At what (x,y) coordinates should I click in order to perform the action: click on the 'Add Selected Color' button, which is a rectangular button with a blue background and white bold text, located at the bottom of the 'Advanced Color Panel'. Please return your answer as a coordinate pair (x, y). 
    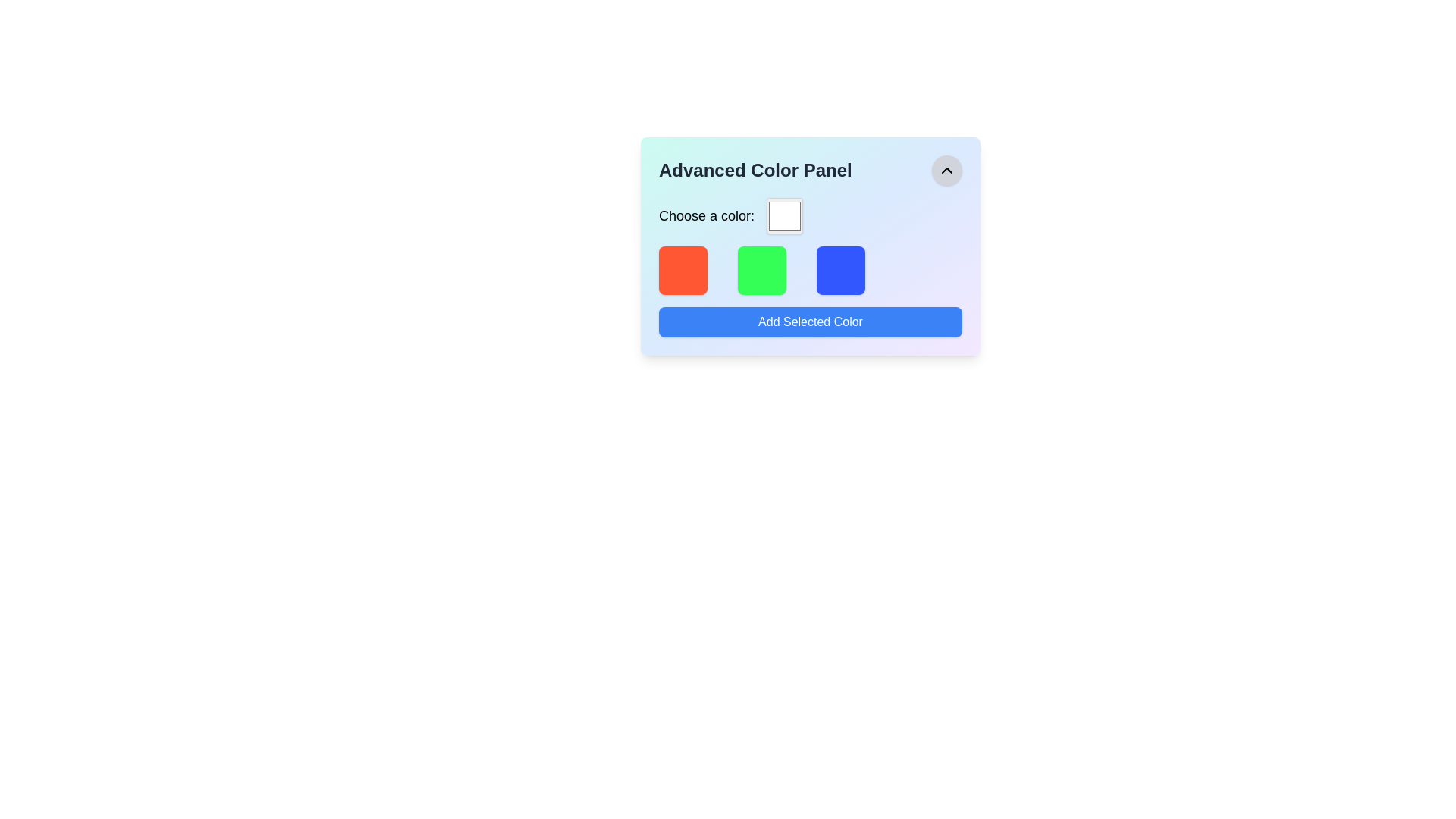
    Looking at the image, I should click on (810, 321).